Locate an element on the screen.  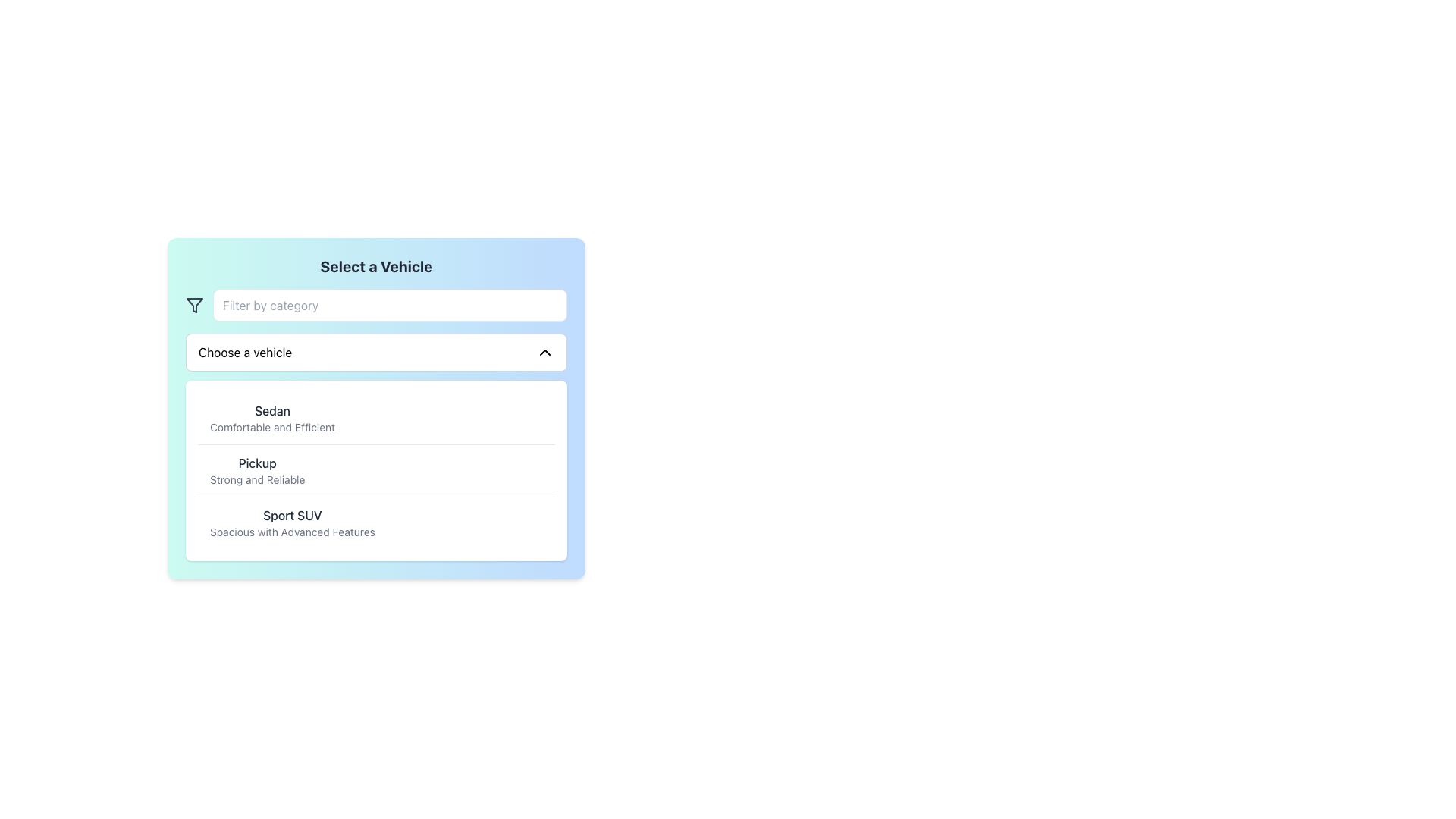
the 'Pickup' button-like list item is located at coordinates (376, 470).